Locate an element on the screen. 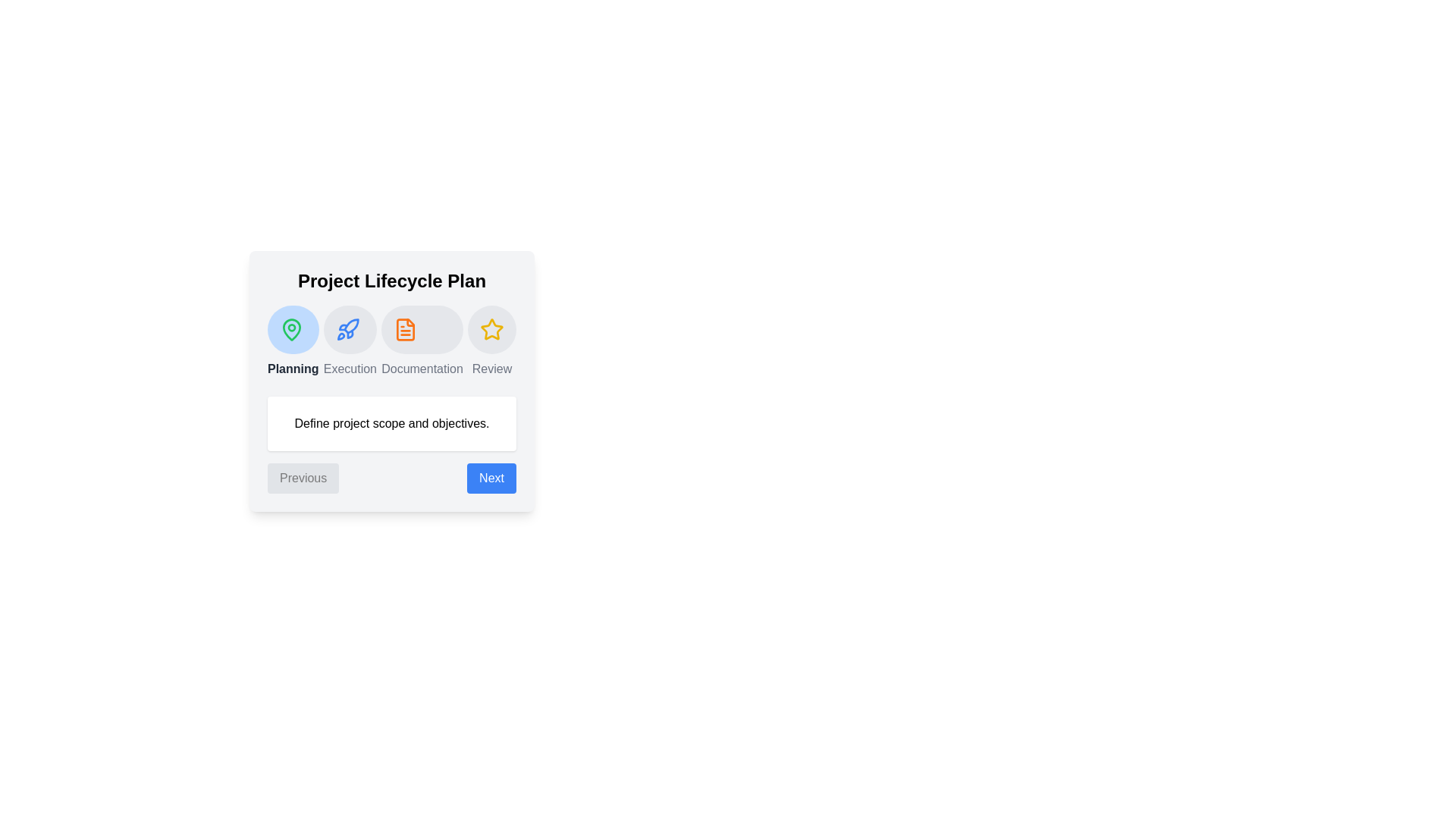  the project phase icon for Planning is located at coordinates (293, 329).